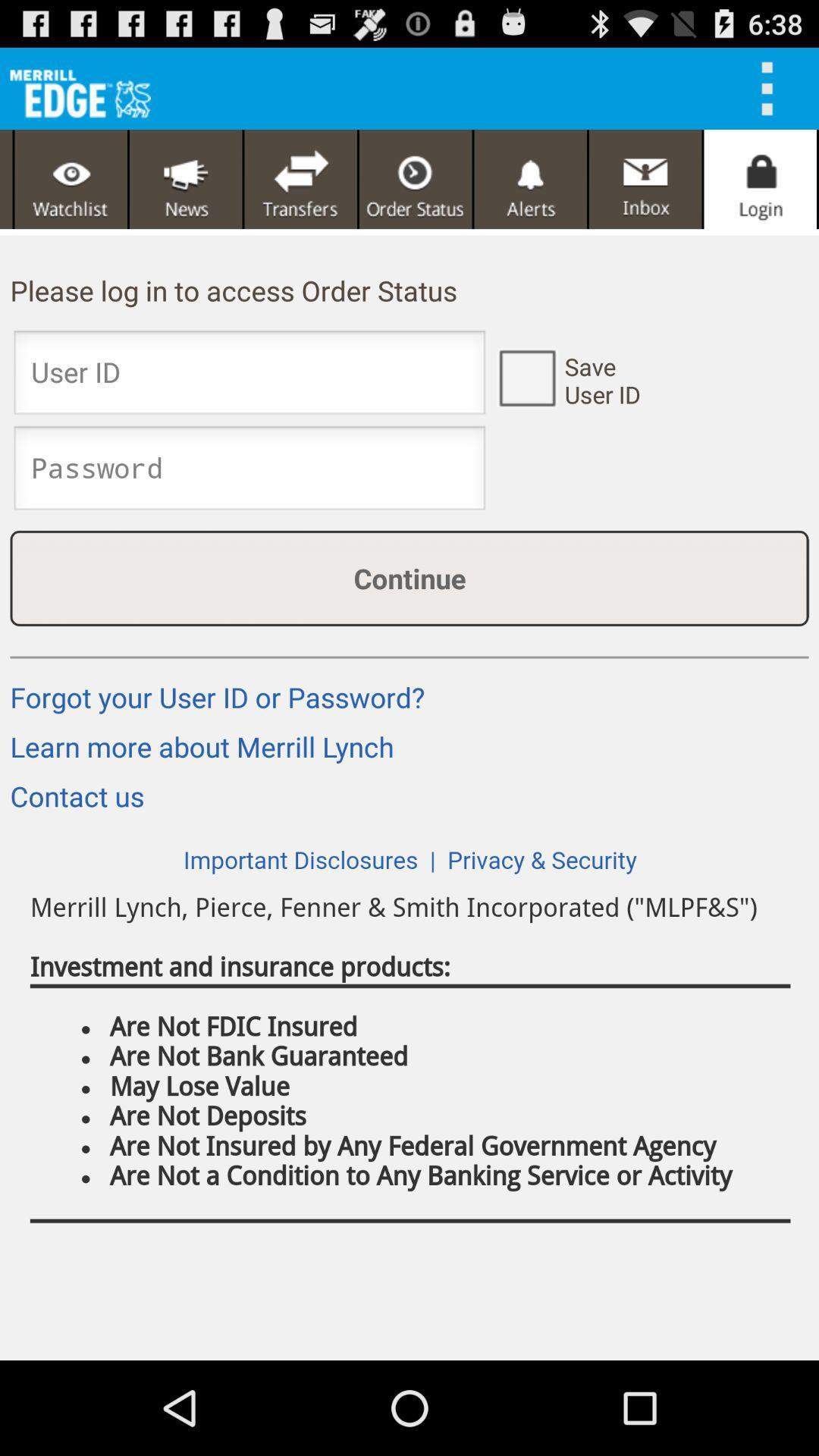 This screenshot has width=819, height=1456. I want to click on watchlist, so click(71, 179).